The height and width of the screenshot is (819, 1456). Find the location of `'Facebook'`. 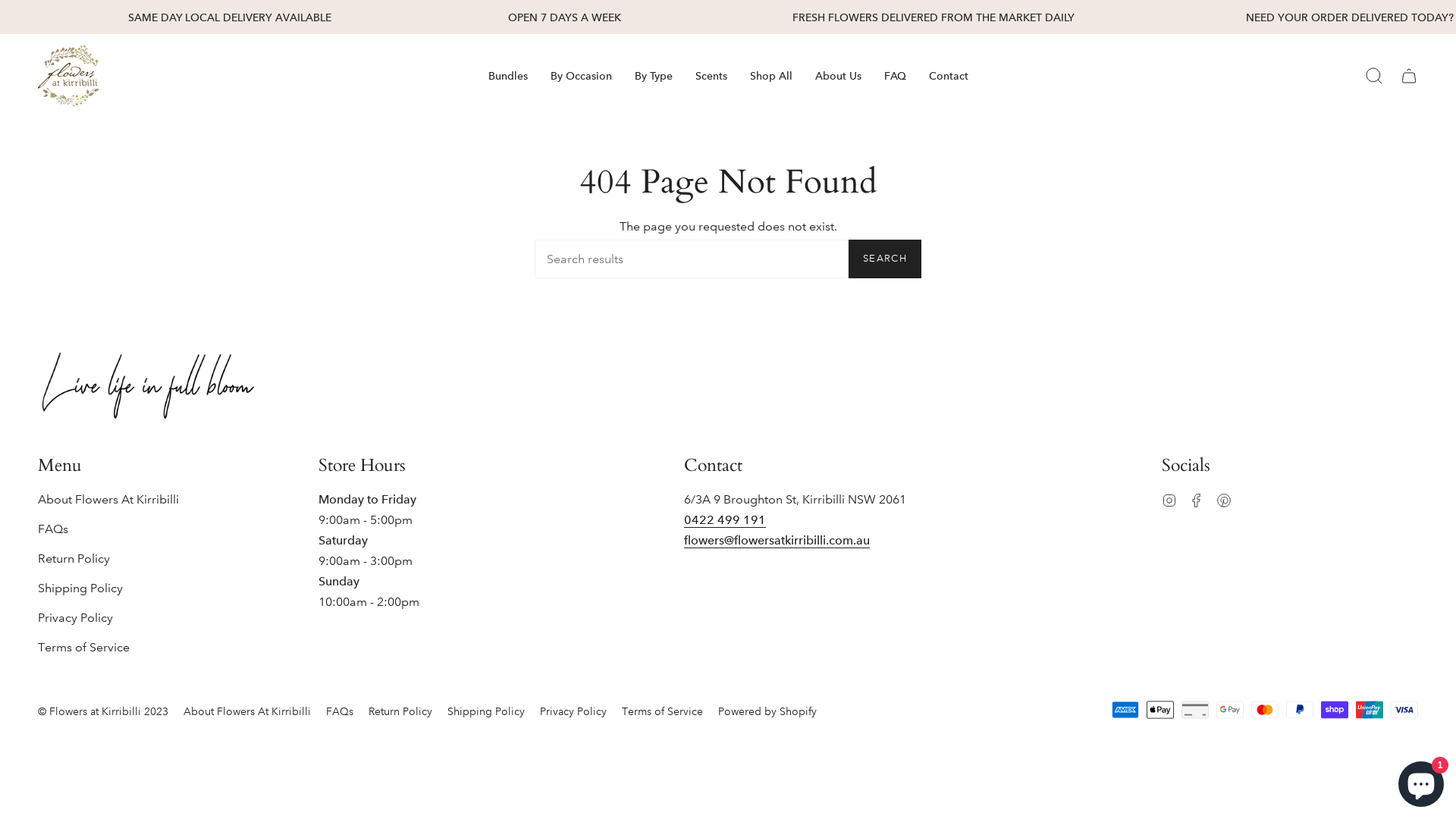

'Facebook' is located at coordinates (1196, 499).